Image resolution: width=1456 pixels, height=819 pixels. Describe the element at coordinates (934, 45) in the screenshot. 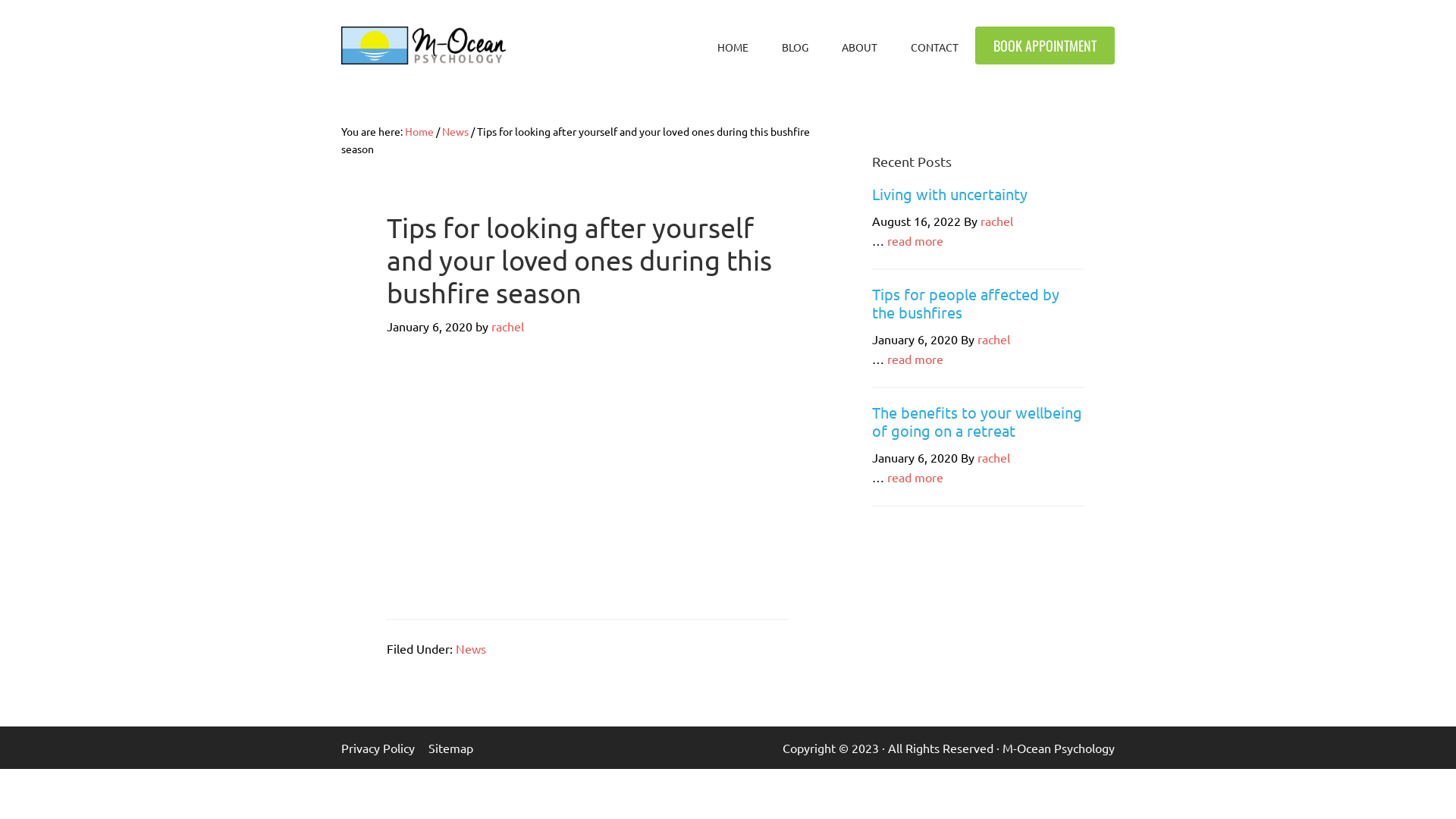

I see `'CONTACT'` at that location.